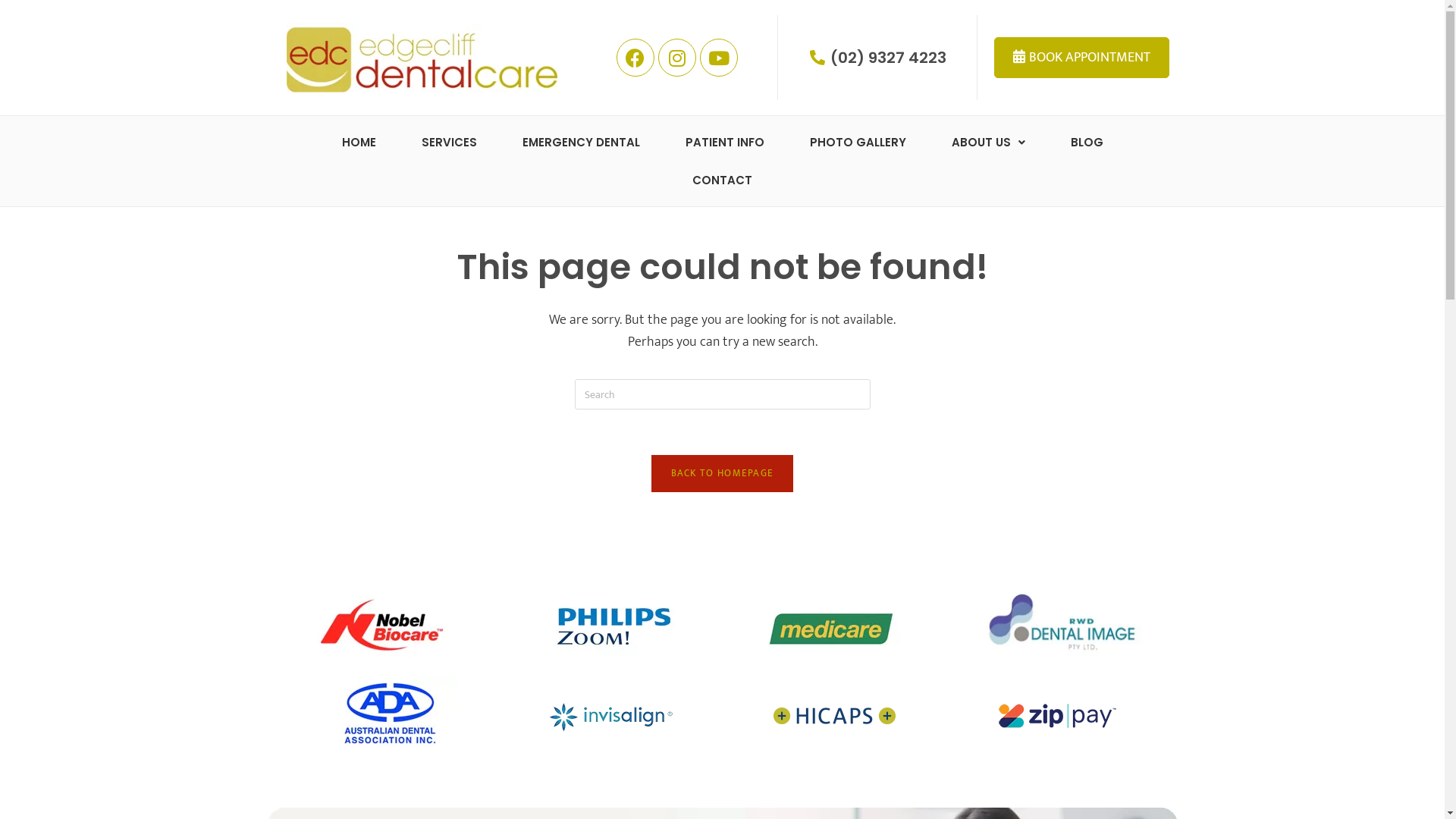  I want to click on 'BACK TO HOMEPAGE', so click(651, 472).